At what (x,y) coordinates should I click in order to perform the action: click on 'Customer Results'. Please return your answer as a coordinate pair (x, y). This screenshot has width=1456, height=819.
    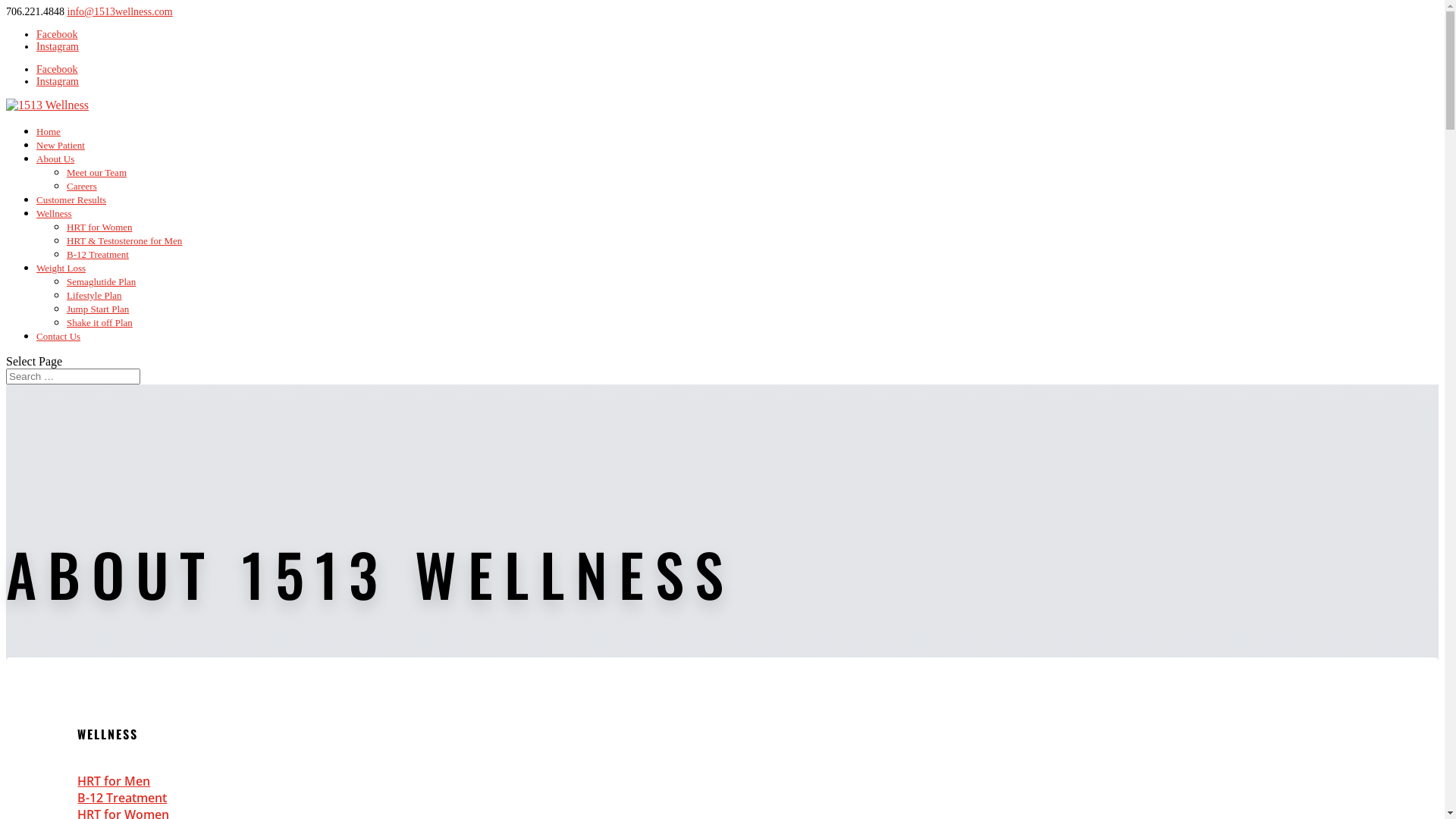
    Looking at the image, I should click on (71, 199).